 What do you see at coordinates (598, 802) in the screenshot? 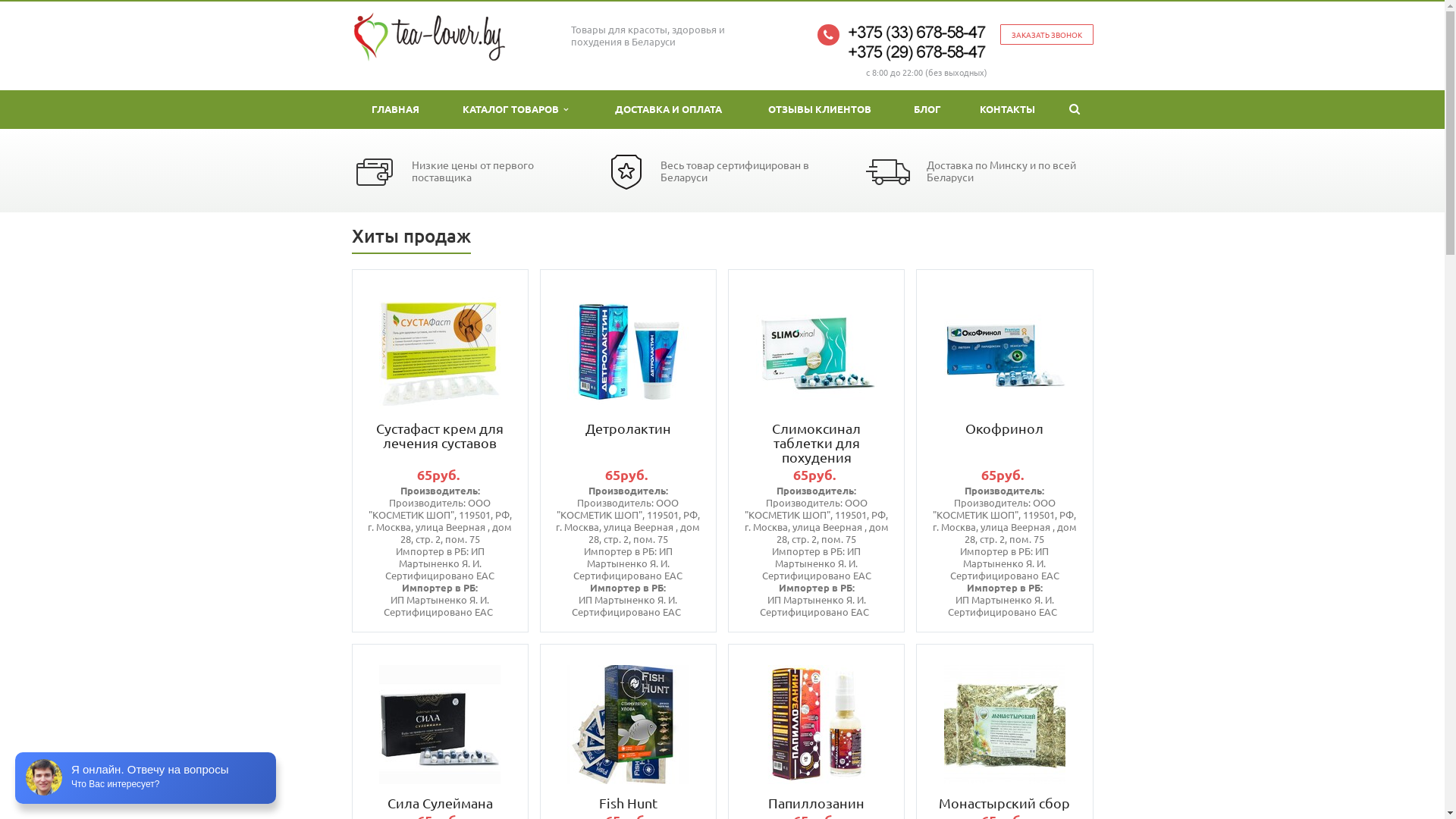
I see `'Fish Hunt'` at bounding box center [598, 802].